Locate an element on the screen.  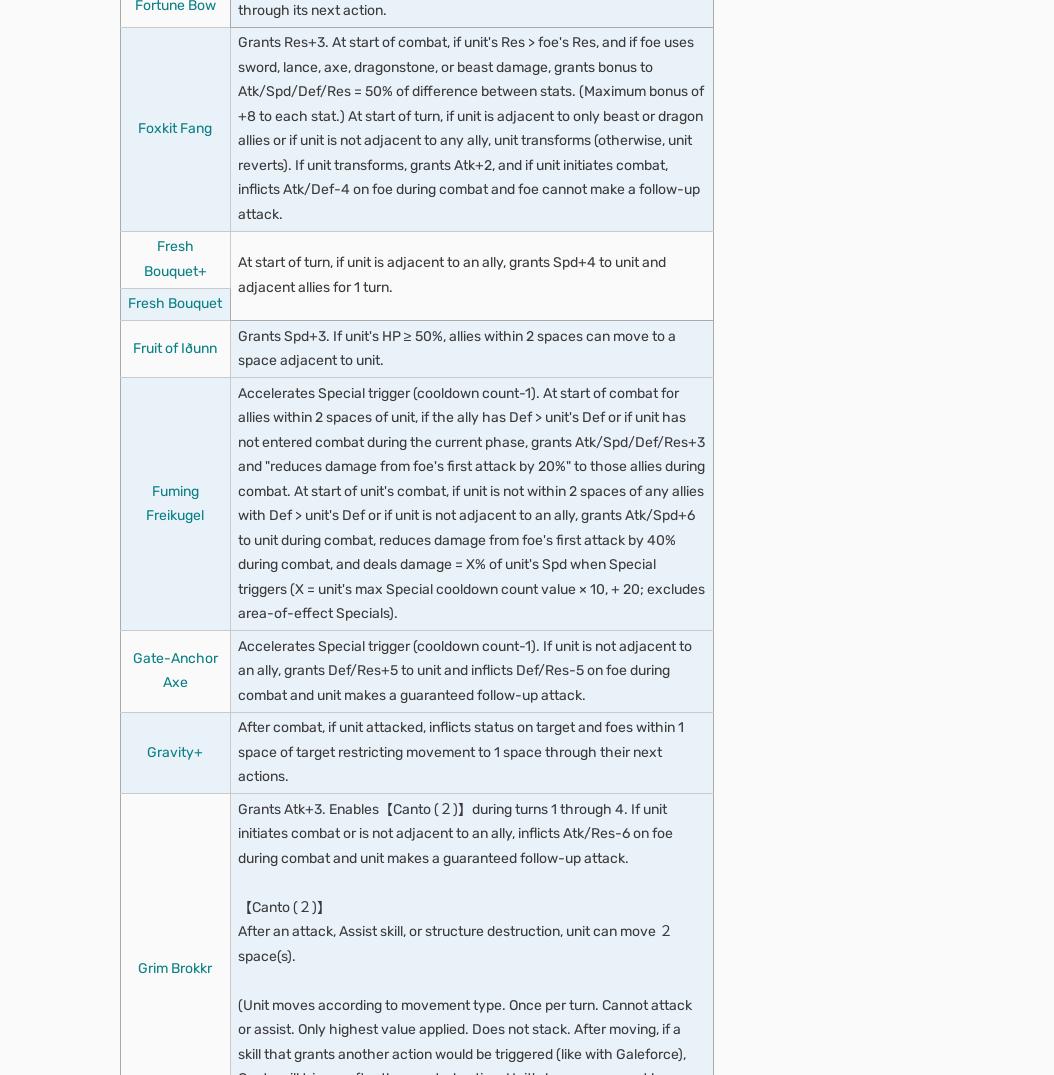
'1' is located at coordinates (150, 185).